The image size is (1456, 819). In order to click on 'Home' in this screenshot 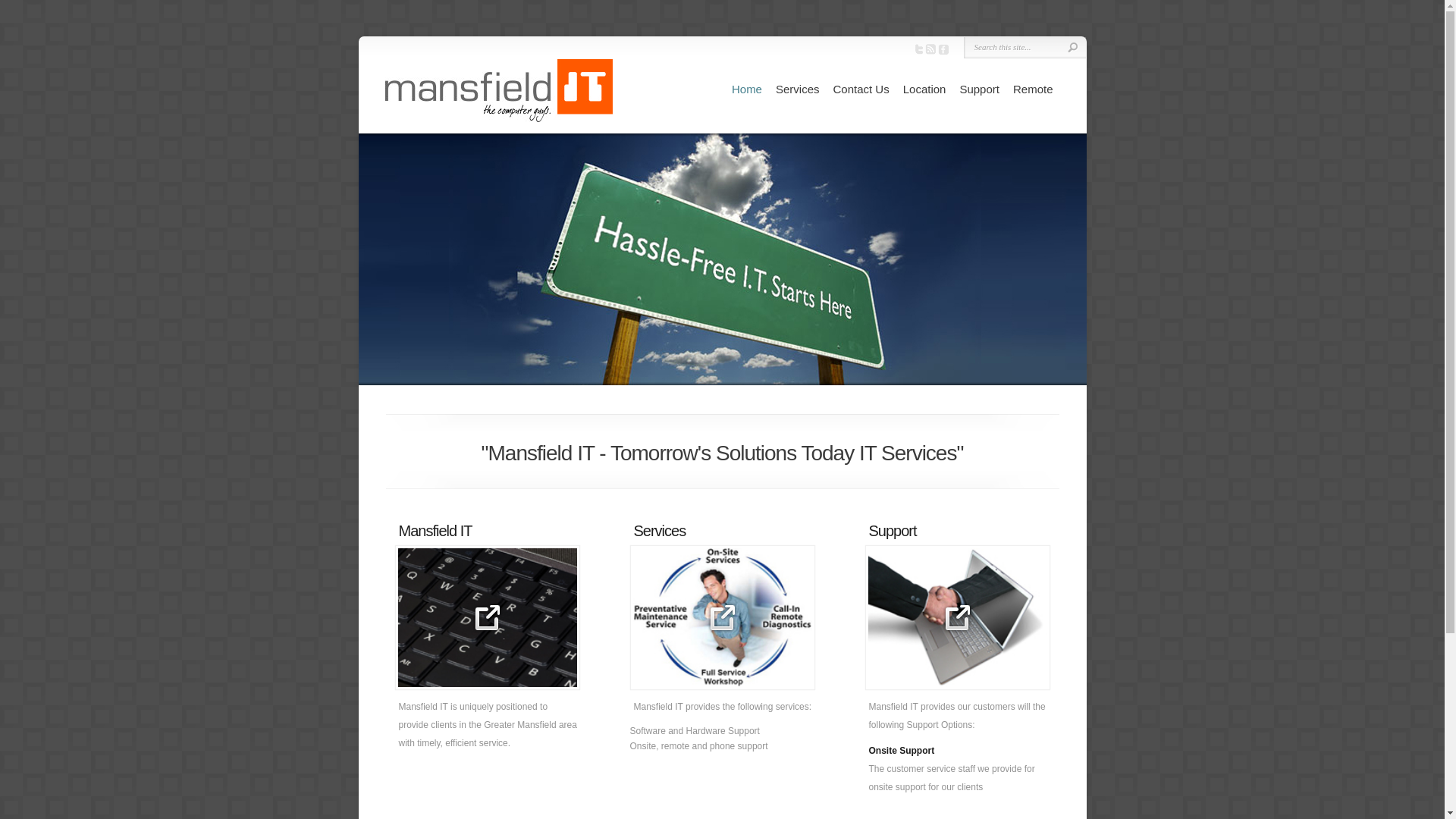, I will do `click(746, 89)`.